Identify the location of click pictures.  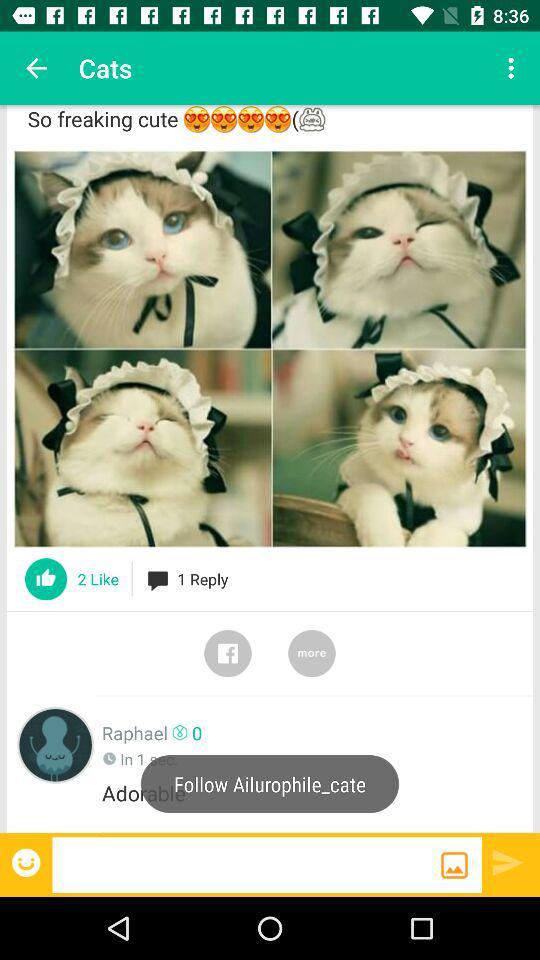
(270, 349).